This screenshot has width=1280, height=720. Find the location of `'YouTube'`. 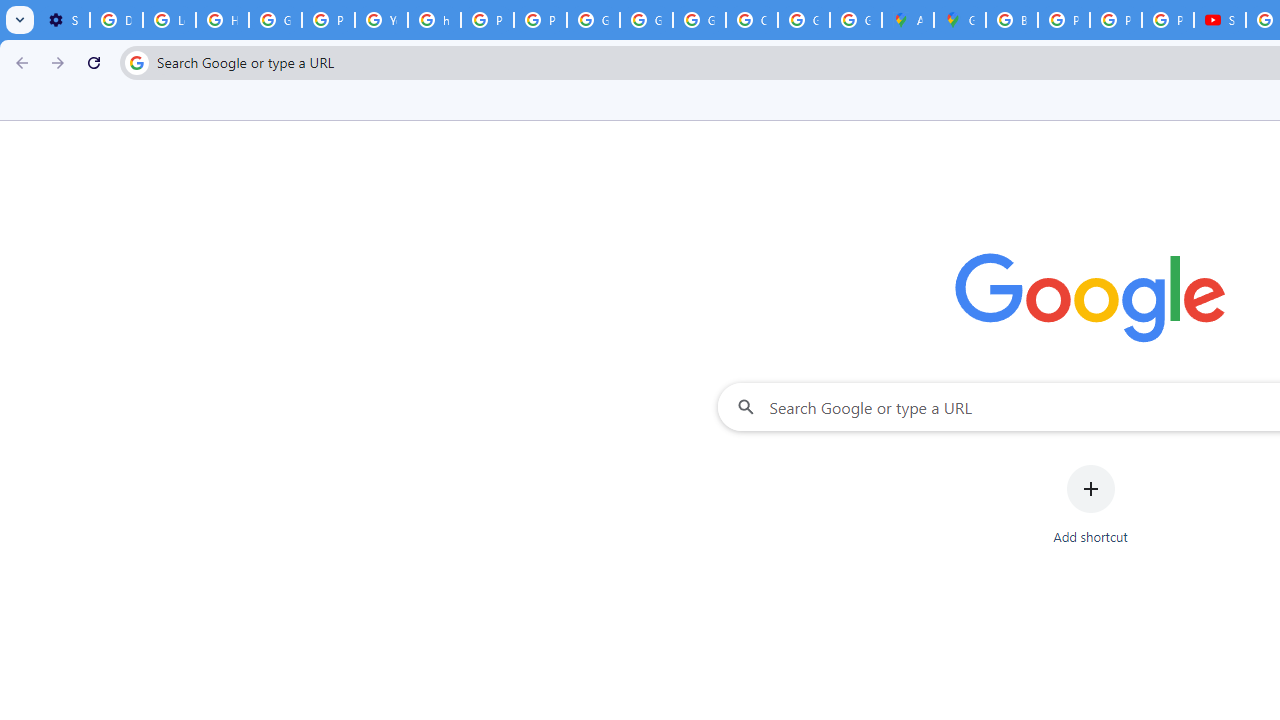

'YouTube' is located at coordinates (381, 20).